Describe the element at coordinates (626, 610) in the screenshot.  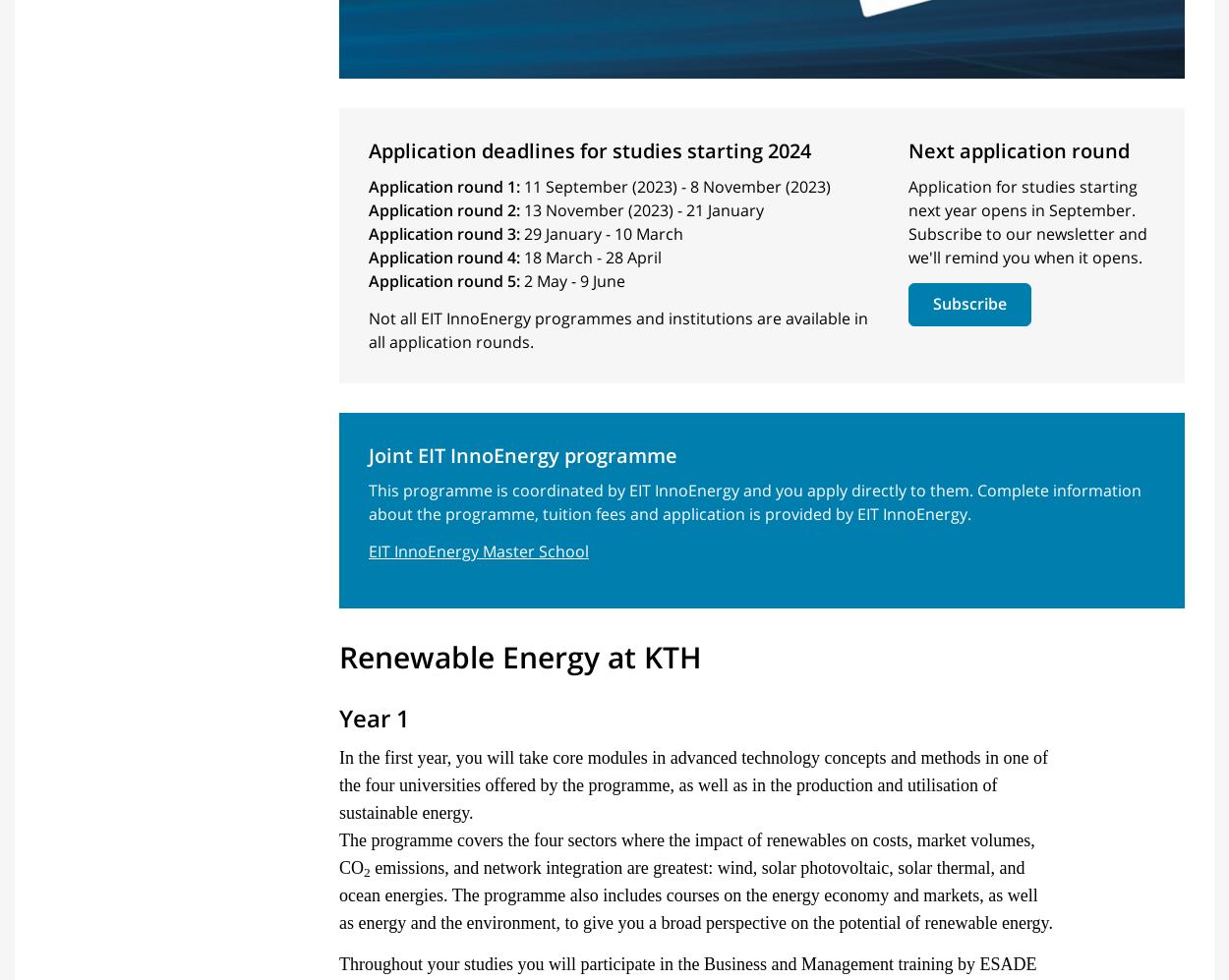
I see `'Course and programme directory'` at that location.